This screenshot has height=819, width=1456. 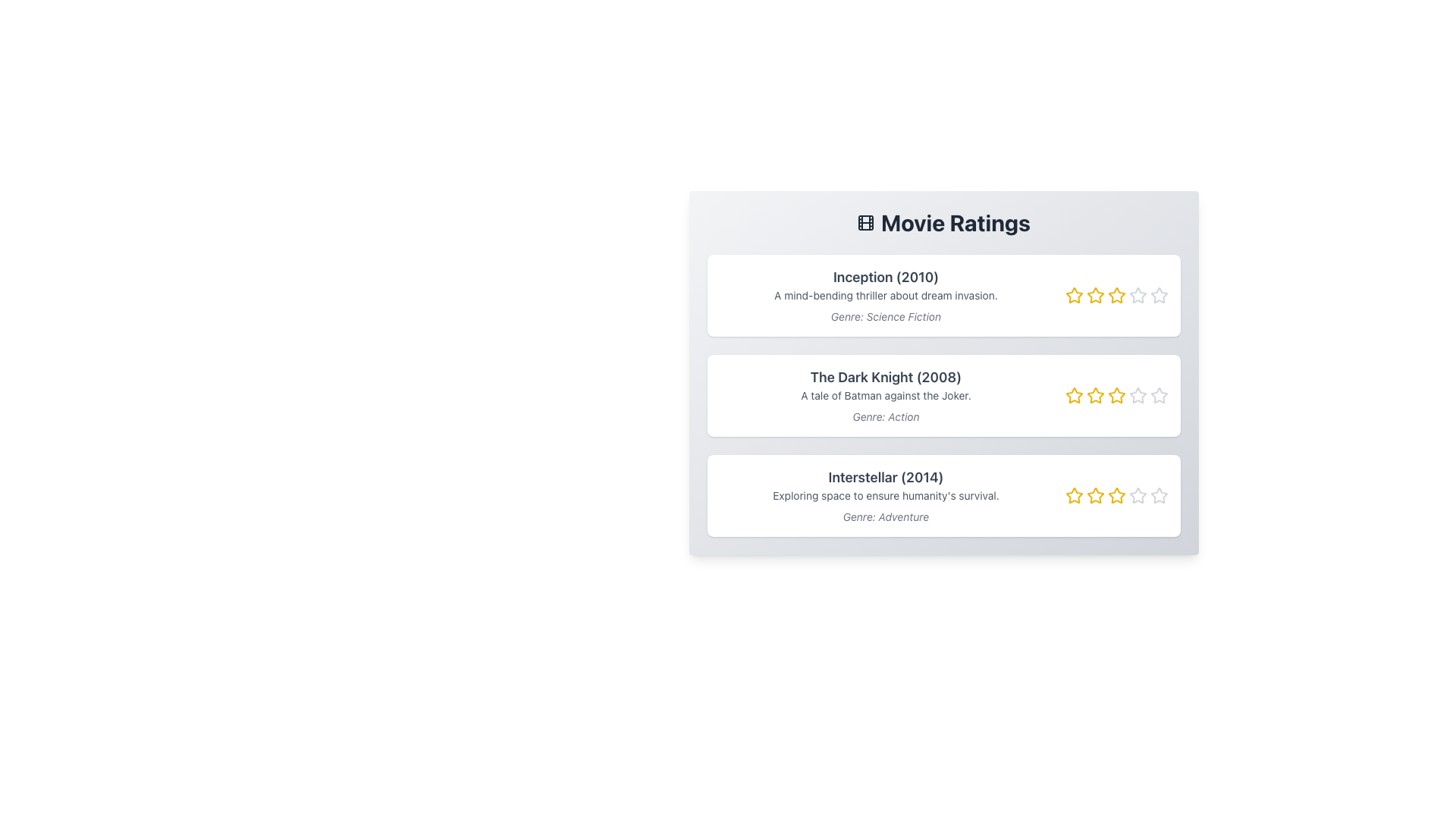 I want to click on the informational text element located at the bottom of the information block for 'Interstellar (2014)', which is below the description and to the left of the rating stars, so click(x=886, y=516).